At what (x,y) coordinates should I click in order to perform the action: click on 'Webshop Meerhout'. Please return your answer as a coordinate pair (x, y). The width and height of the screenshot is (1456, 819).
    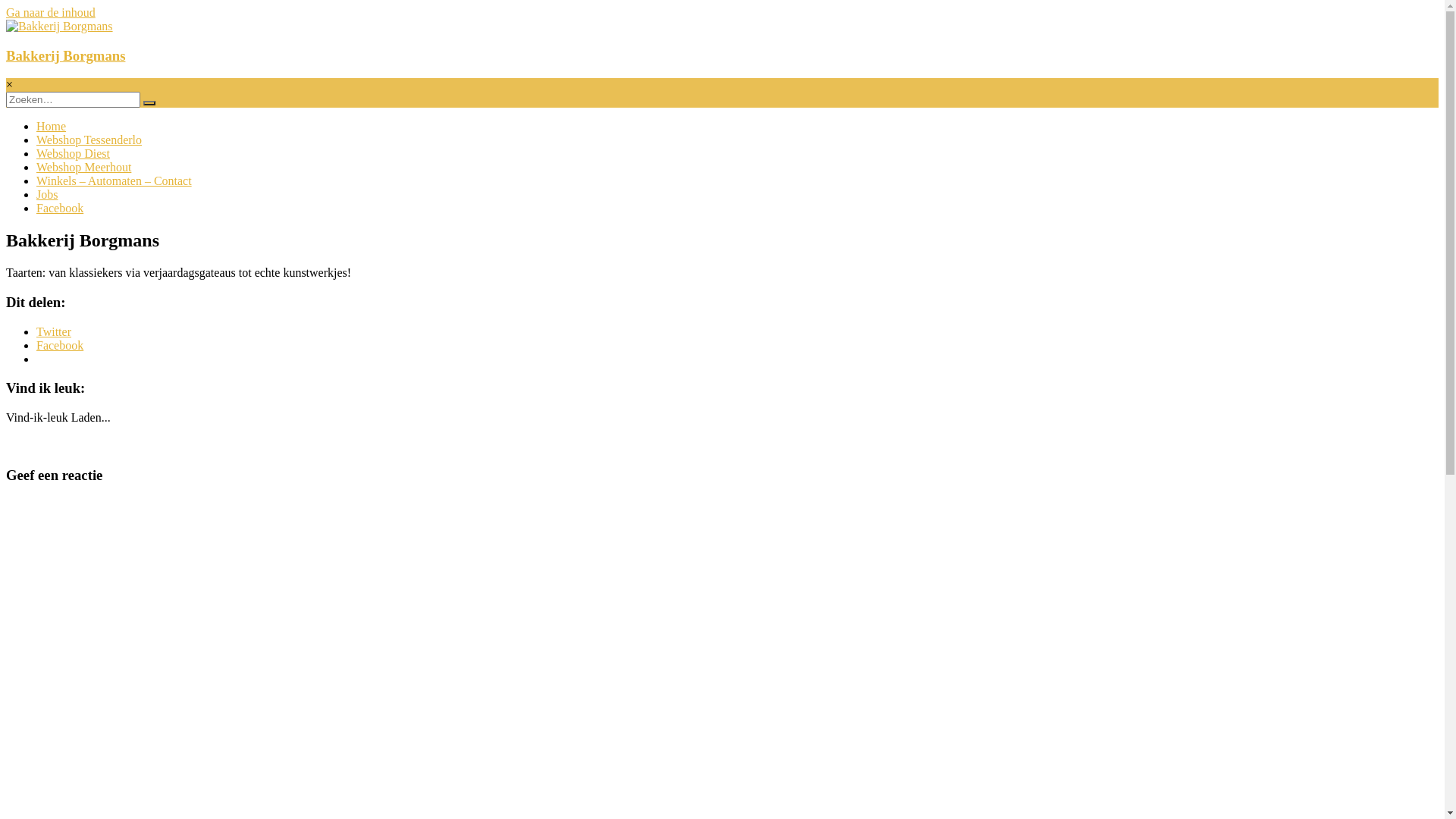
    Looking at the image, I should click on (36, 167).